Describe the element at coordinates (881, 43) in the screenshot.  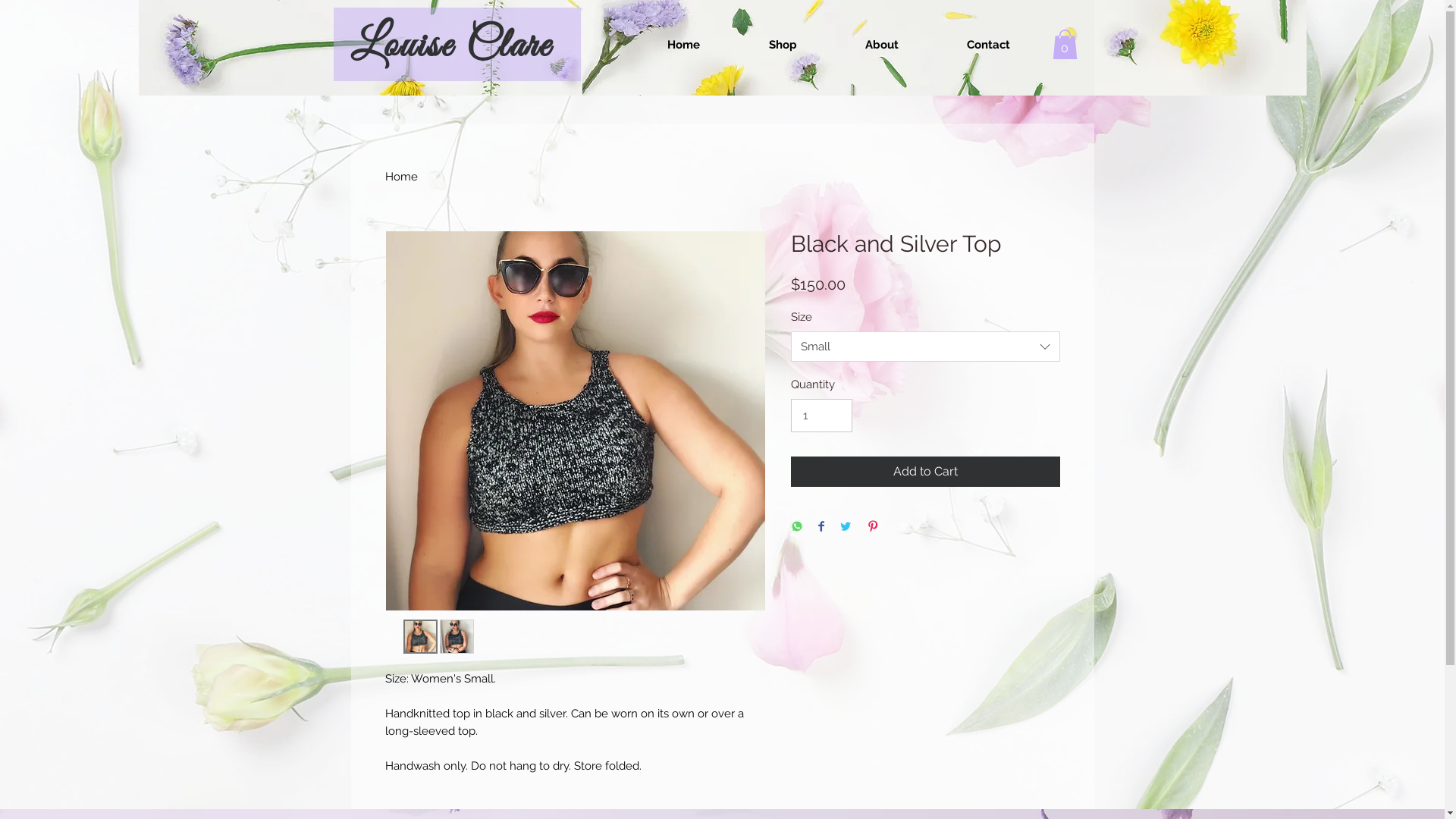
I see `'About'` at that location.